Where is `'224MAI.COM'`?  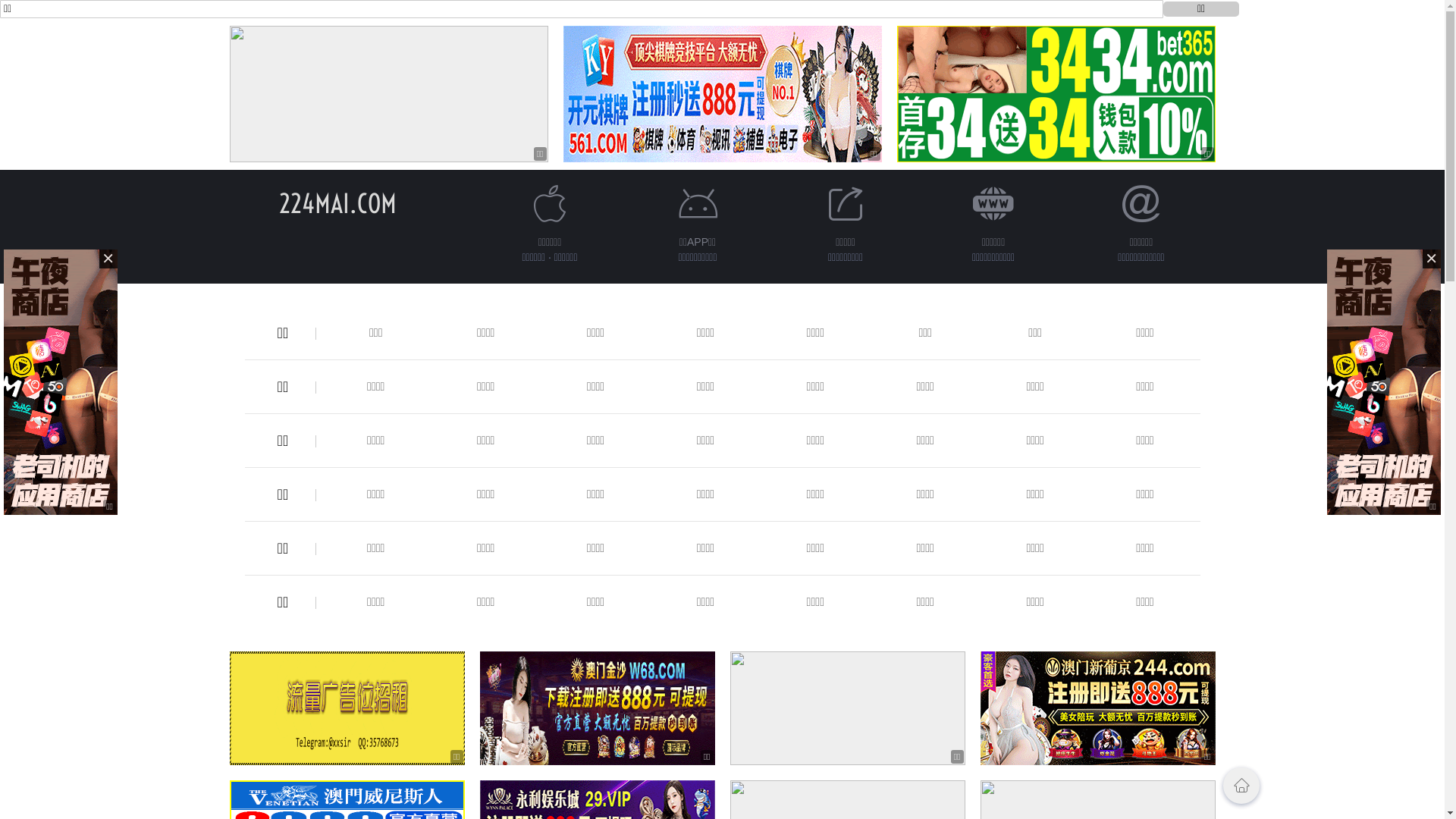 '224MAI.COM' is located at coordinates (279, 202).